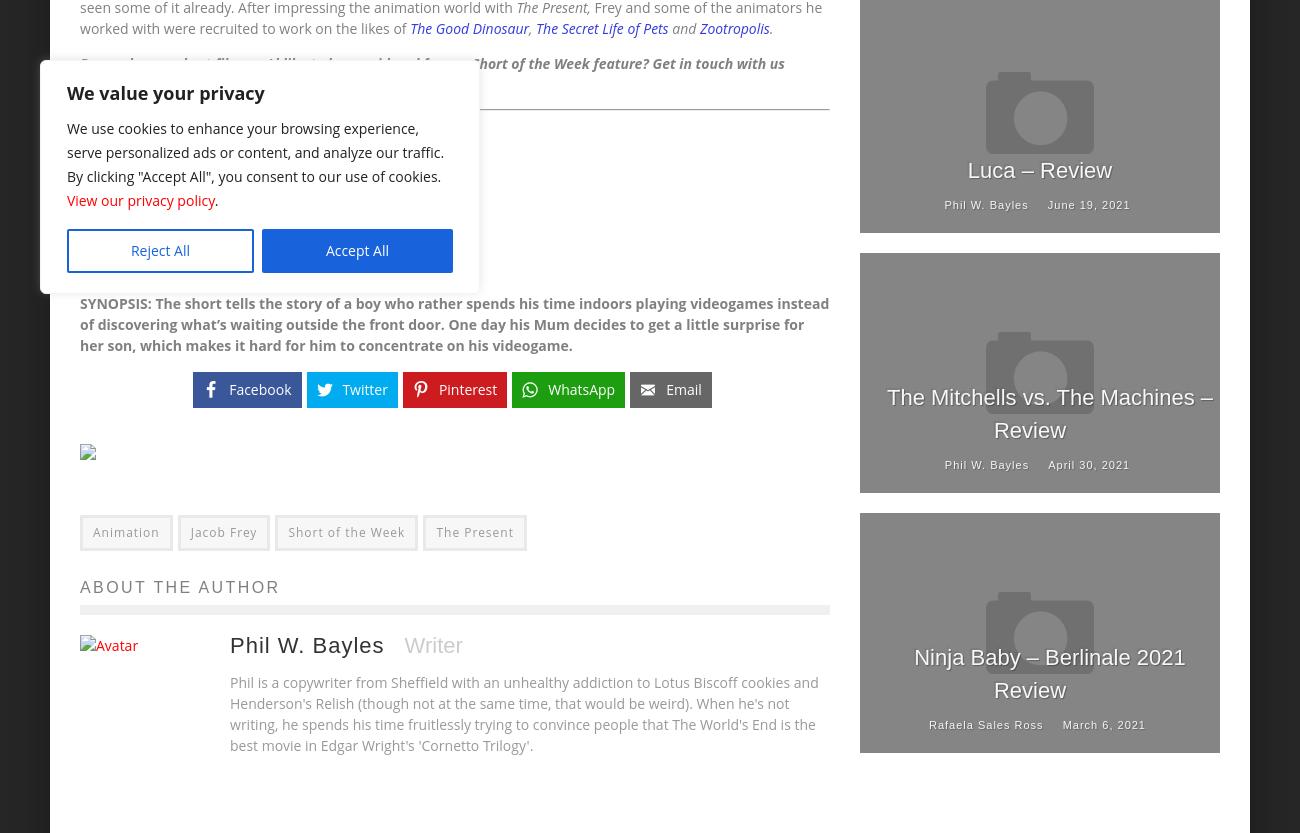 Image resolution: width=1300 pixels, height=833 pixels. What do you see at coordinates (473, 532) in the screenshot?
I see `'The Present'` at bounding box center [473, 532].